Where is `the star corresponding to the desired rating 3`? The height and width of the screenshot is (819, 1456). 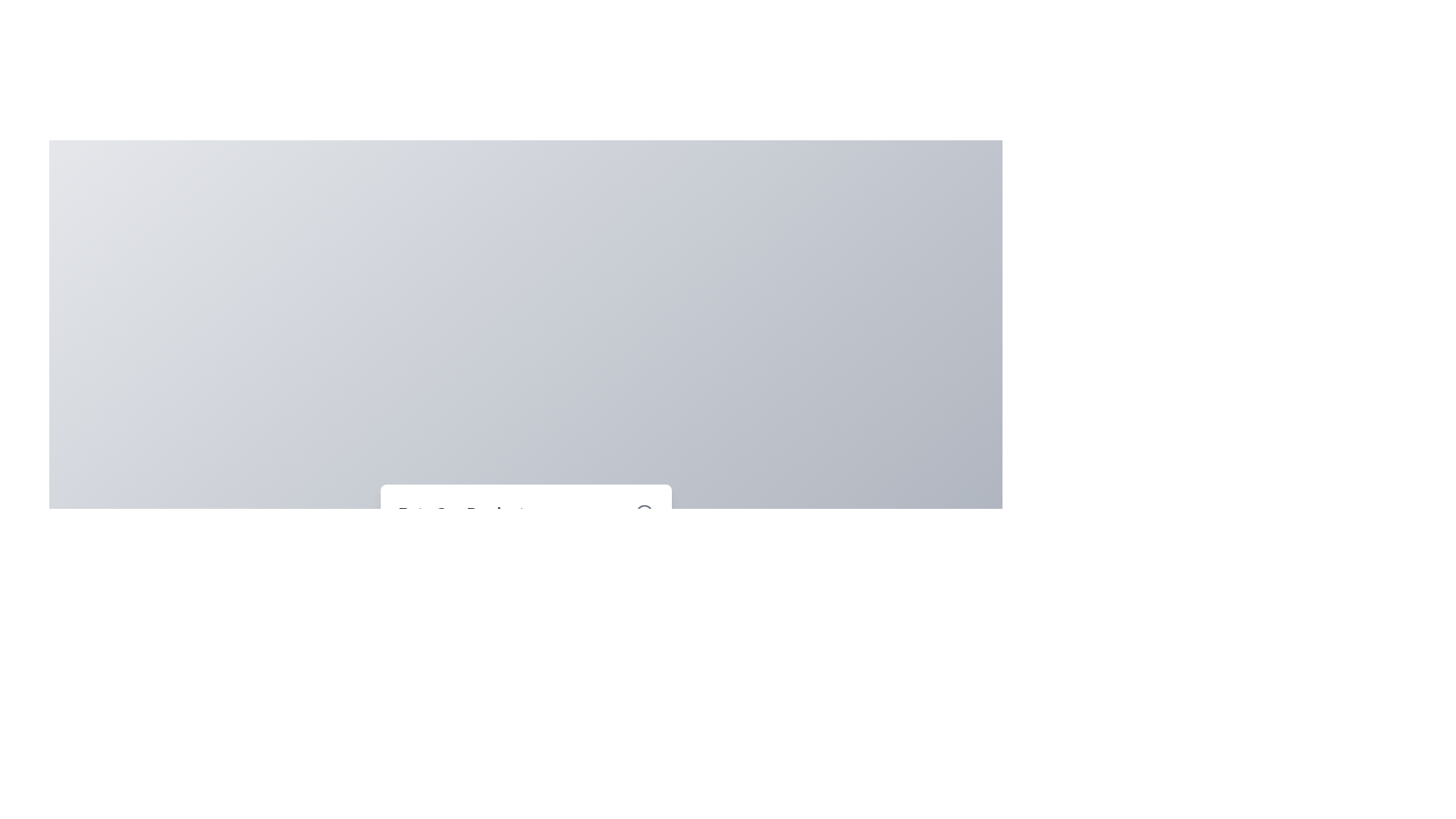
the star corresponding to the desired rating 3 is located at coordinates (526, 581).